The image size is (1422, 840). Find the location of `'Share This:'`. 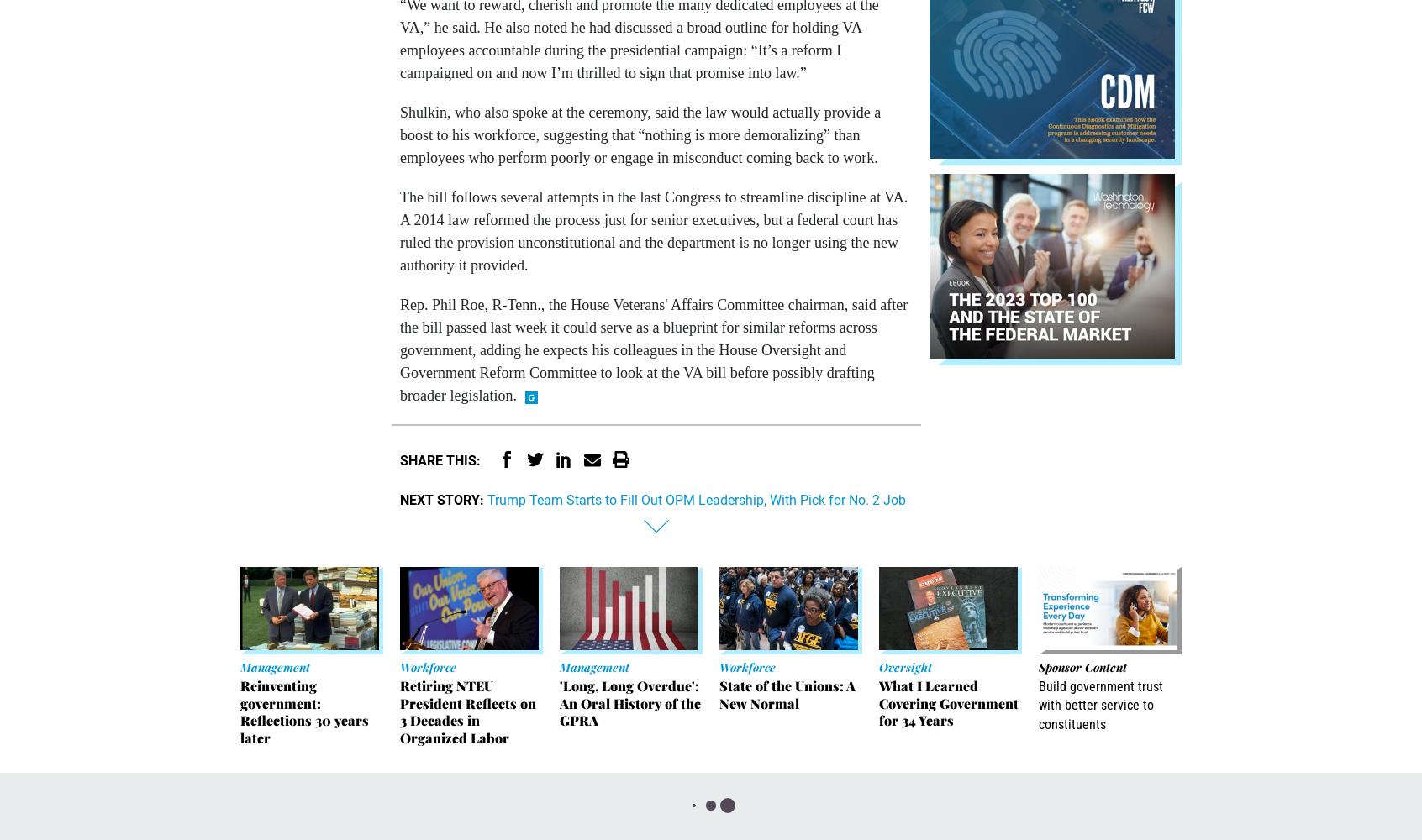

'Share This:' is located at coordinates (398, 459).